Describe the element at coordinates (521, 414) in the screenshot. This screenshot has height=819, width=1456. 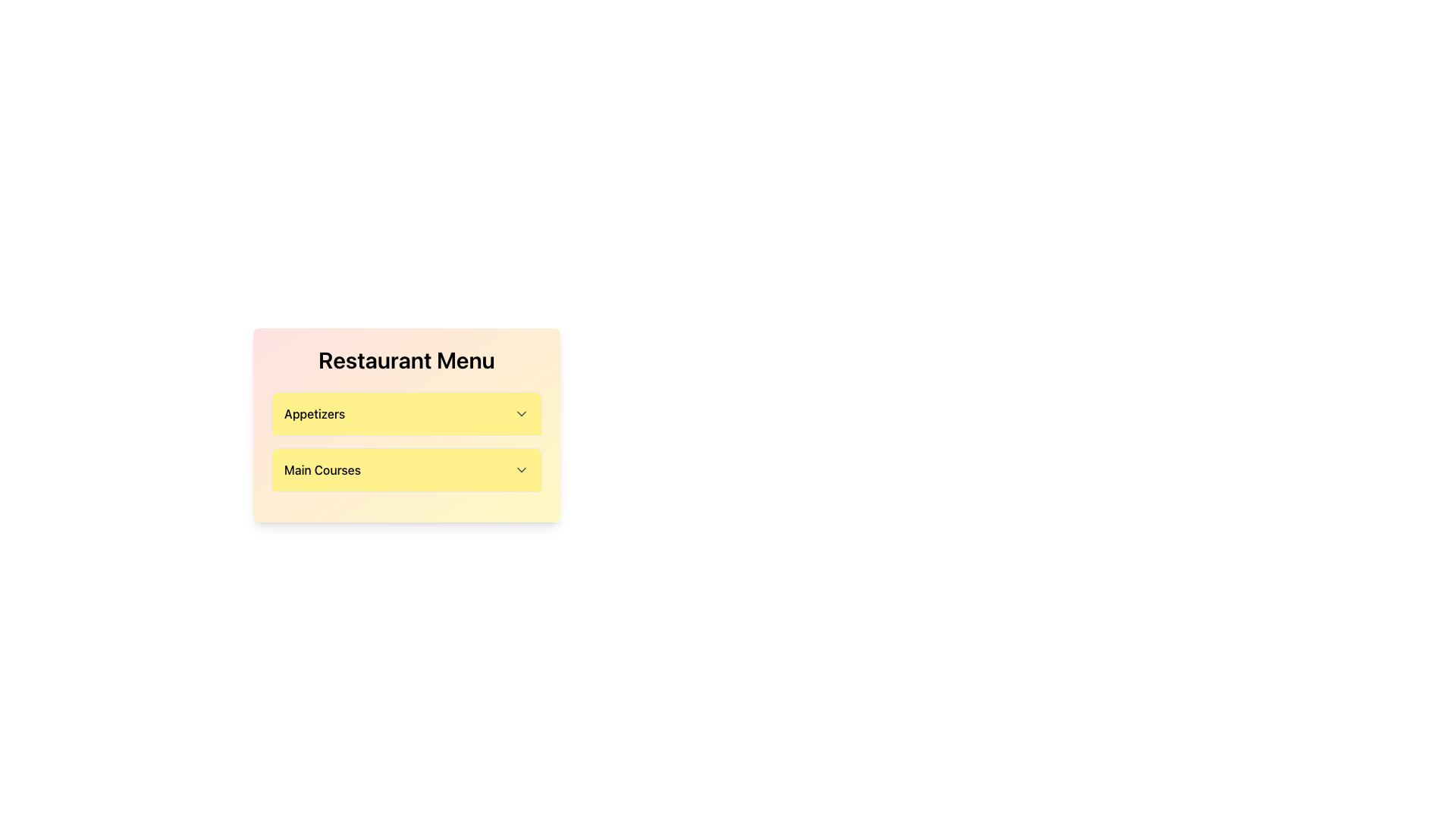
I see `the downward-pointing chevron icon located at the right end of the 'Appetizers' section header` at that location.